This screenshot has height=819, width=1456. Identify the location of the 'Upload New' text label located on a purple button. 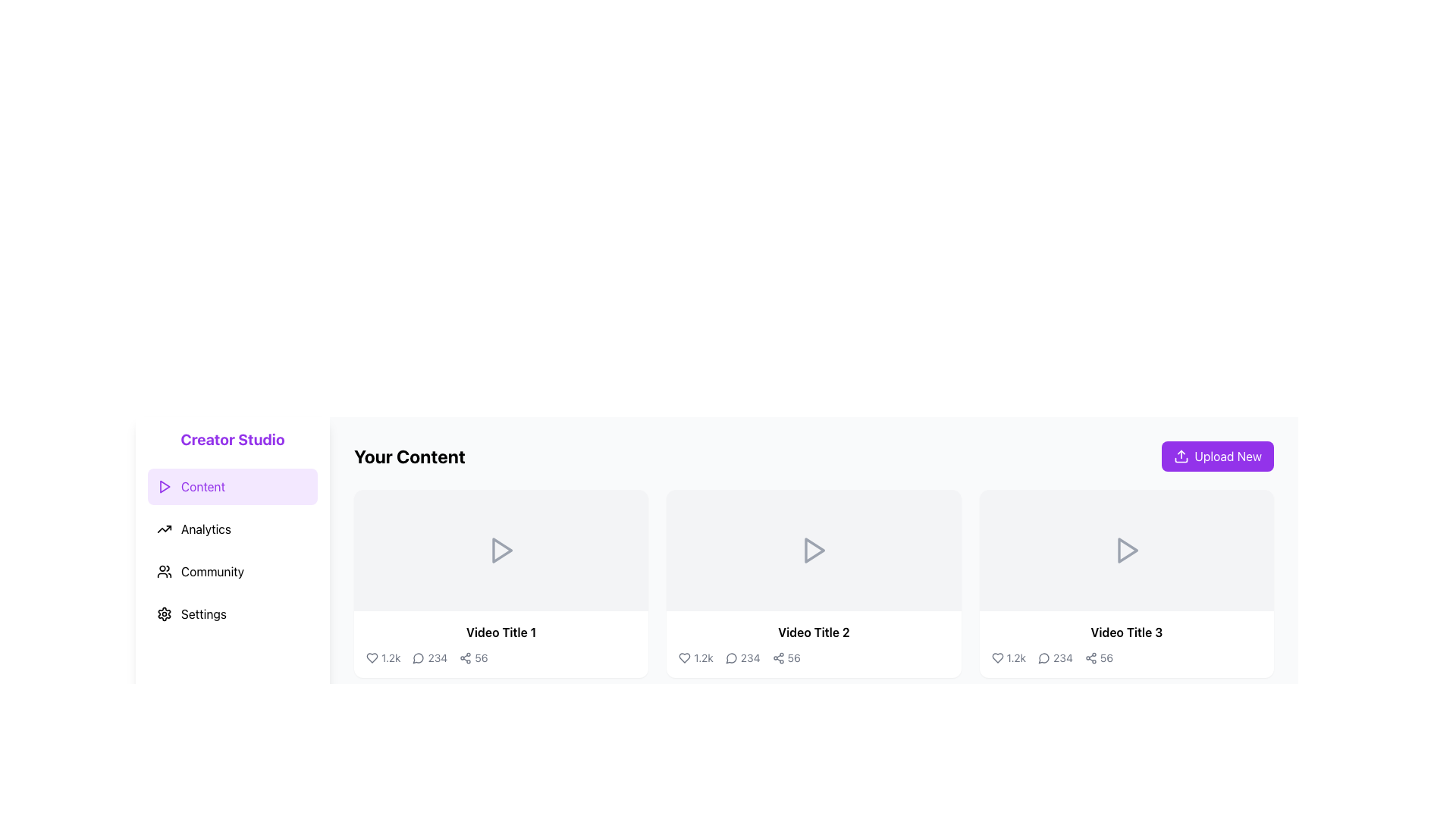
(1228, 455).